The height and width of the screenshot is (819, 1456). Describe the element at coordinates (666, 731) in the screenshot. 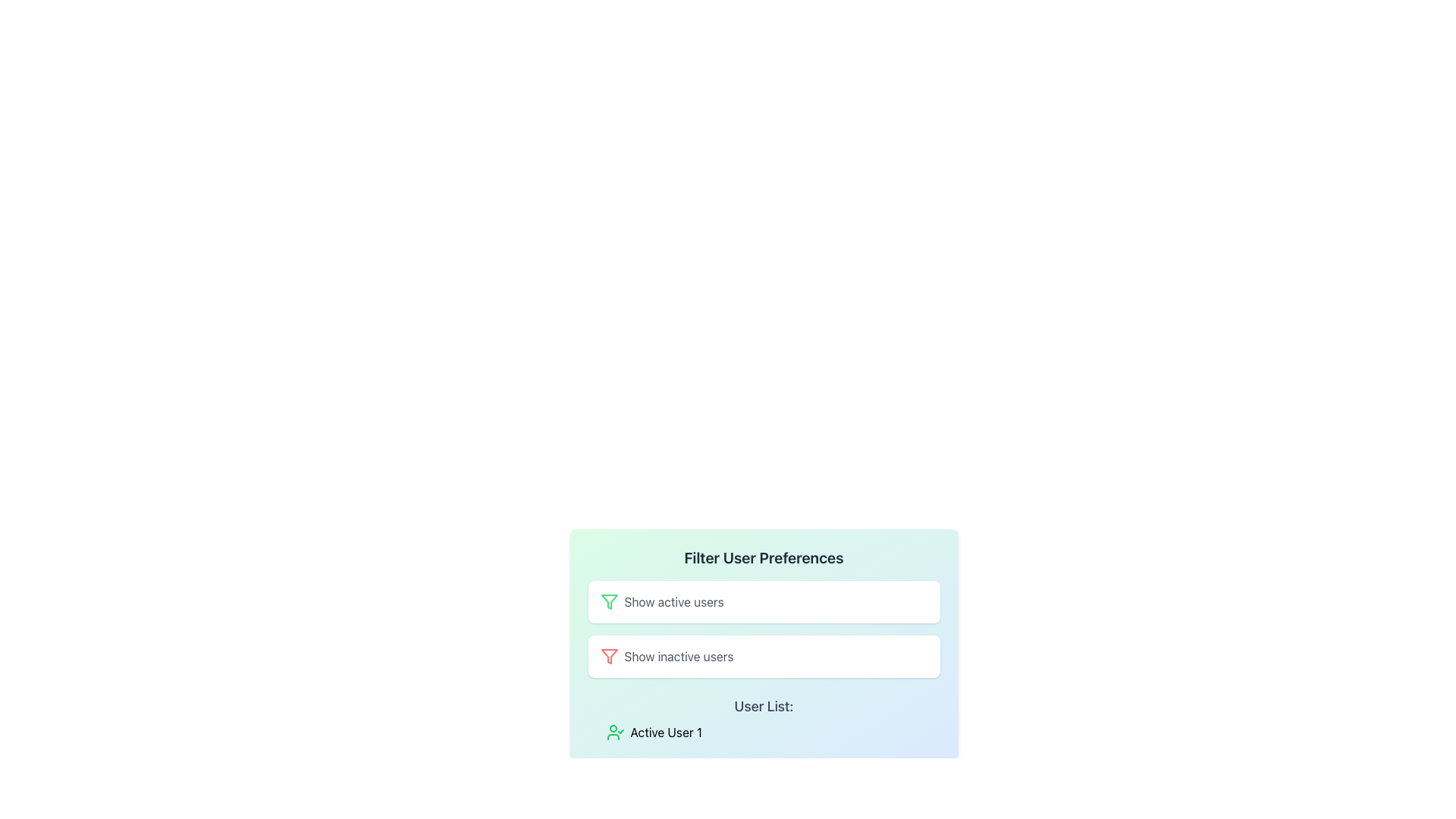

I see `the text label displaying 'Active User 1', which is in bold black font and positioned to the right of a user icon with a green checkmark under the 'User List' heading` at that location.